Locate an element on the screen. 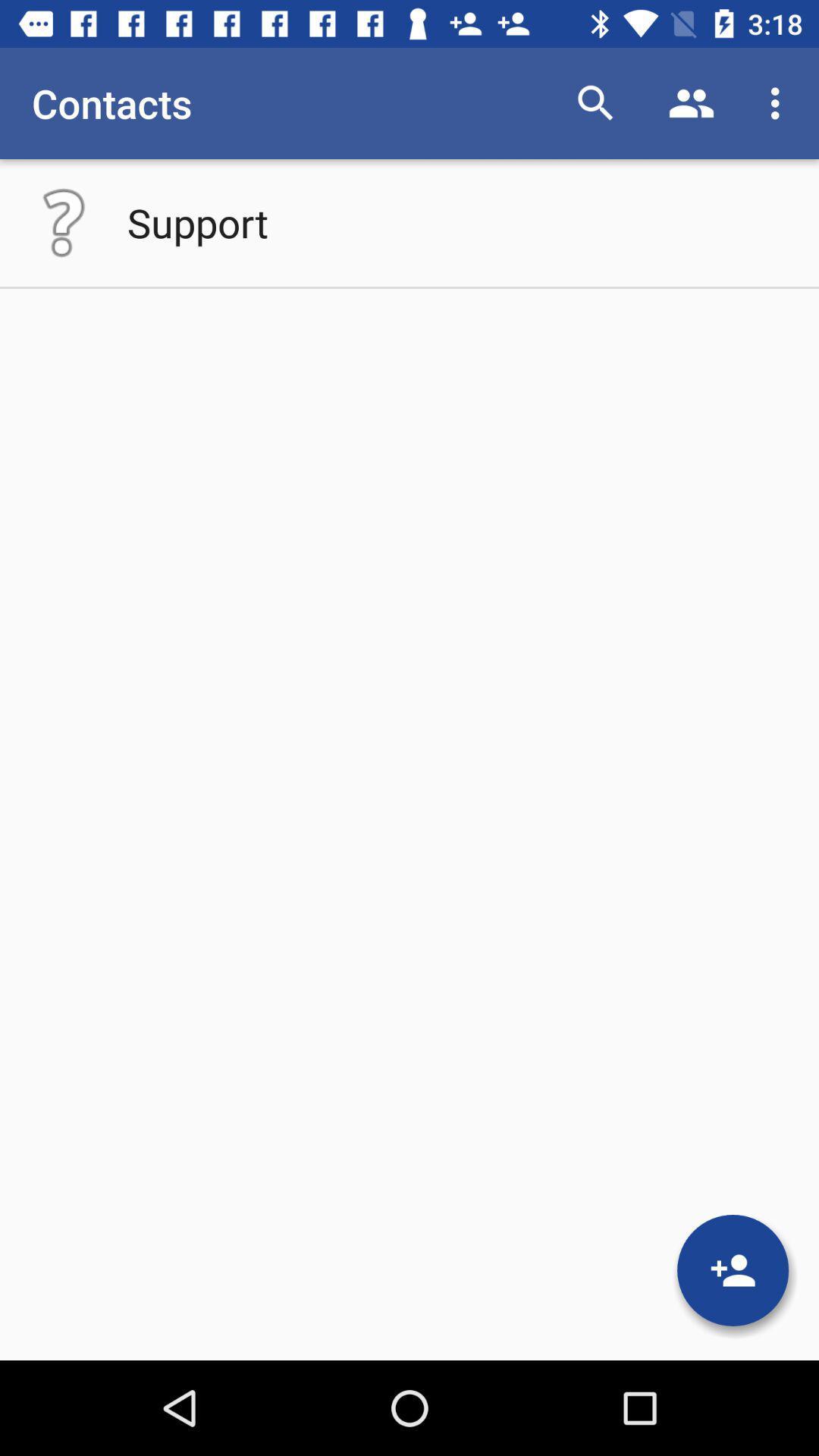 This screenshot has height=1456, width=819. the app below the contacts app is located at coordinates (197, 221).